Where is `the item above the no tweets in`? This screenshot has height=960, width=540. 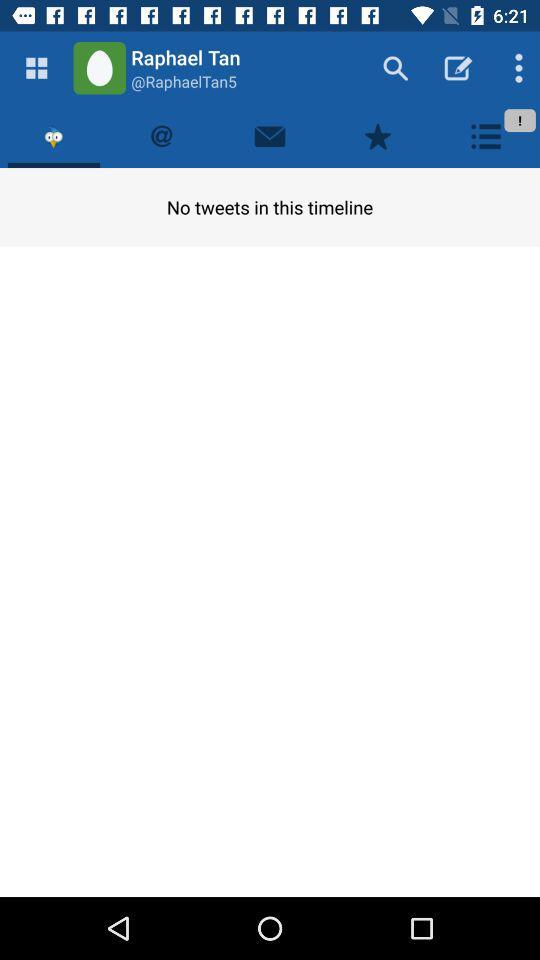
the item above the no tweets in is located at coordinates (378, 135).